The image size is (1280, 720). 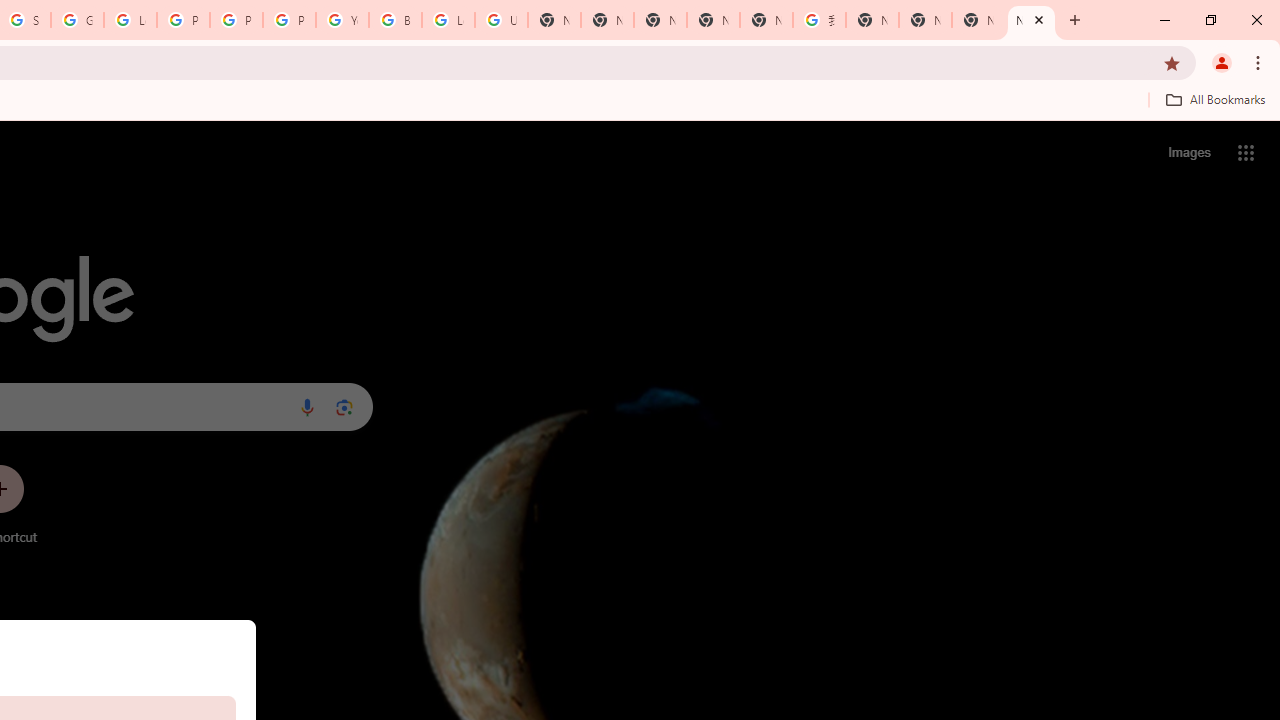 What do you see at coordinates (1031, 20) in the screenshot?
I see `'New Tab'` at bounding box center [1031, 20].